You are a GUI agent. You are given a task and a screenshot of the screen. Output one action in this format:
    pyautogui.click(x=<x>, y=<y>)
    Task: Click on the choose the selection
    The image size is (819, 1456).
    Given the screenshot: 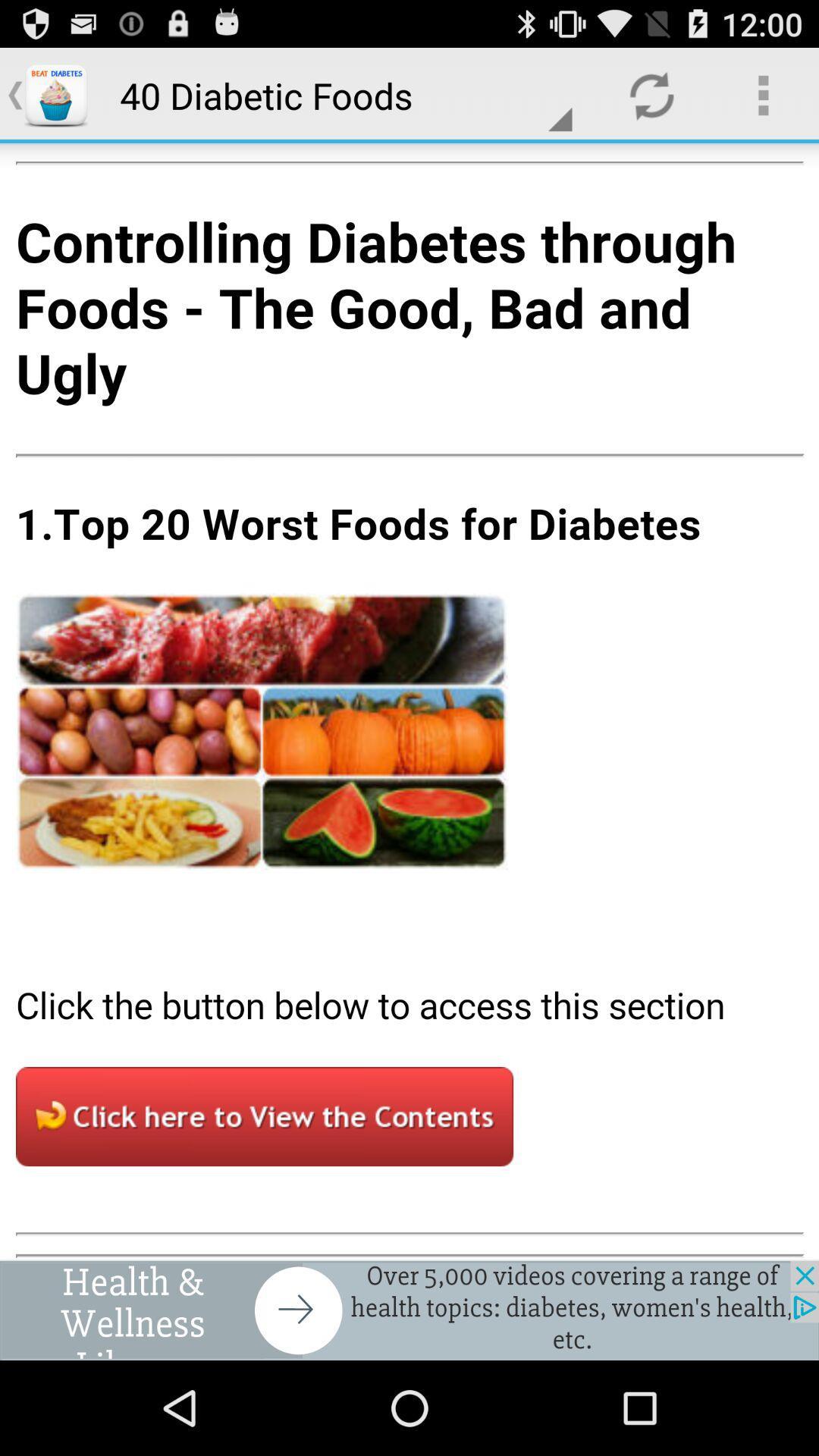 What is the action you would take?
    pyautogui.click(x=409, y=701)
    